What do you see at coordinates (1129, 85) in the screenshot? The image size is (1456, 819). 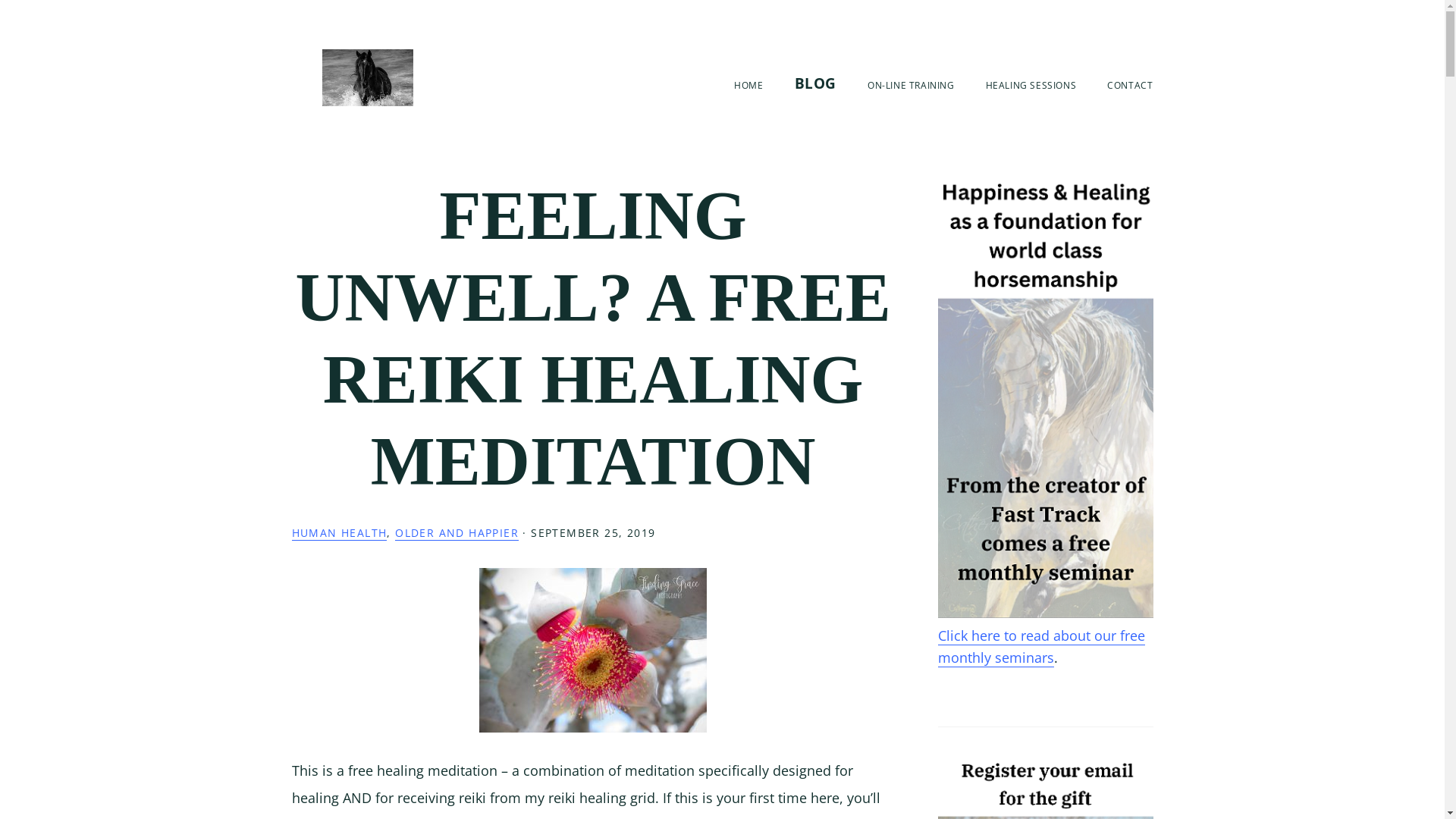 I see `'CONTACT'` at bounding box center [1129, 85].